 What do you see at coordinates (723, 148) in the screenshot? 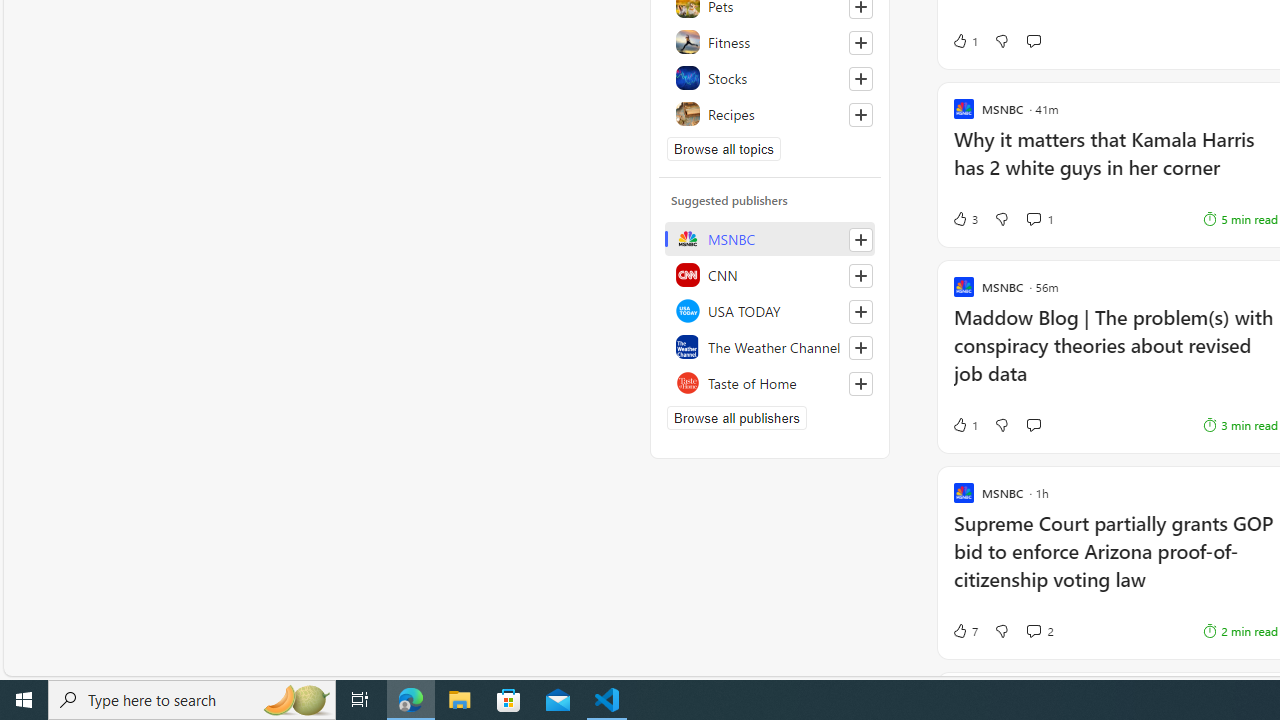
I see `'Browse all topics'` at bounding box center [723, 148].